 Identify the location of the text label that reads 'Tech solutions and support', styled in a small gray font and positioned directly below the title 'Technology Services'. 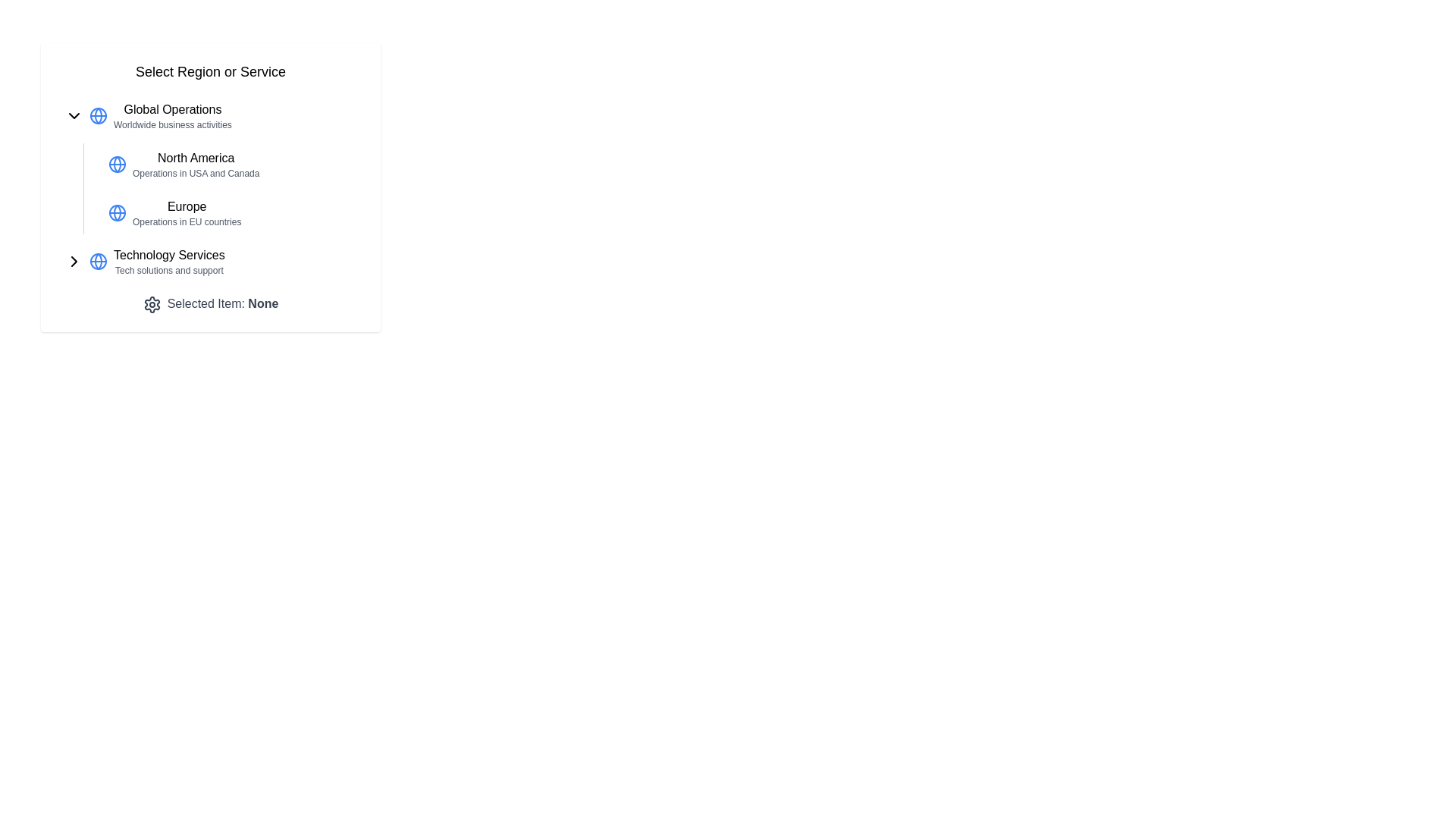
(169, 270).